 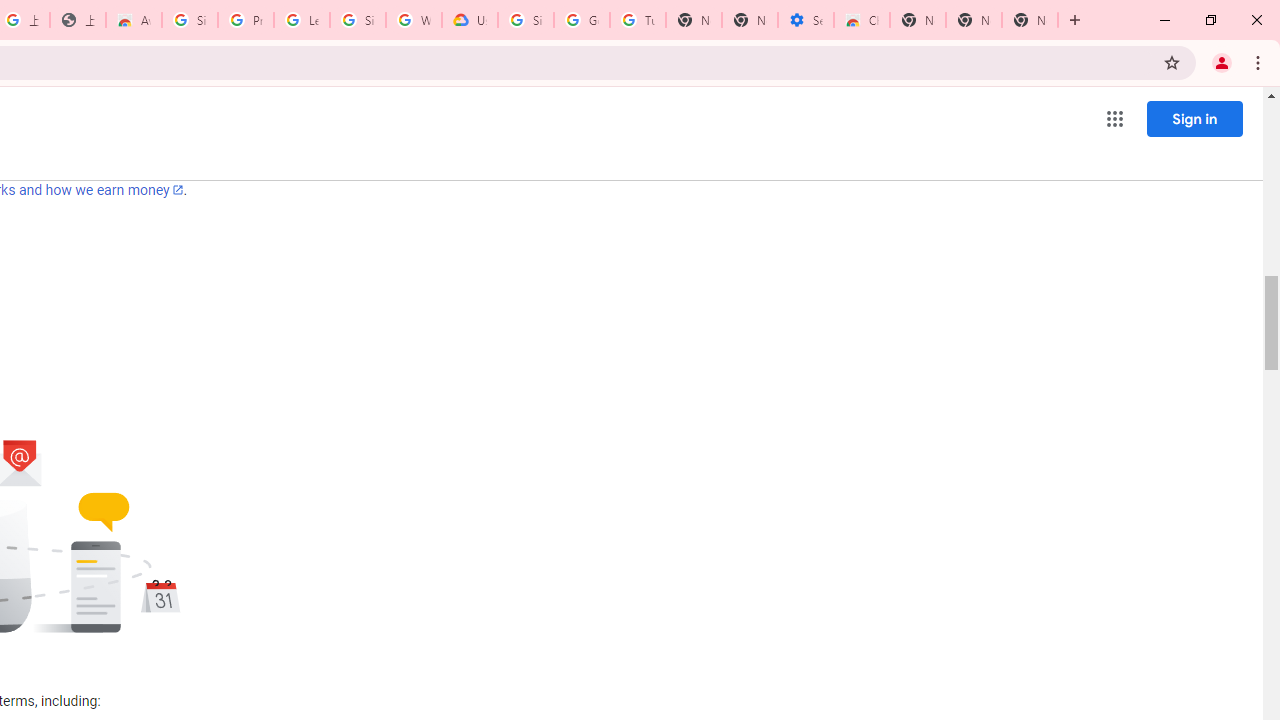 What do you see at coordinates (1030, 20) in the screenshot?
I see `'New Tab'` at bounding box center [1030, 20].